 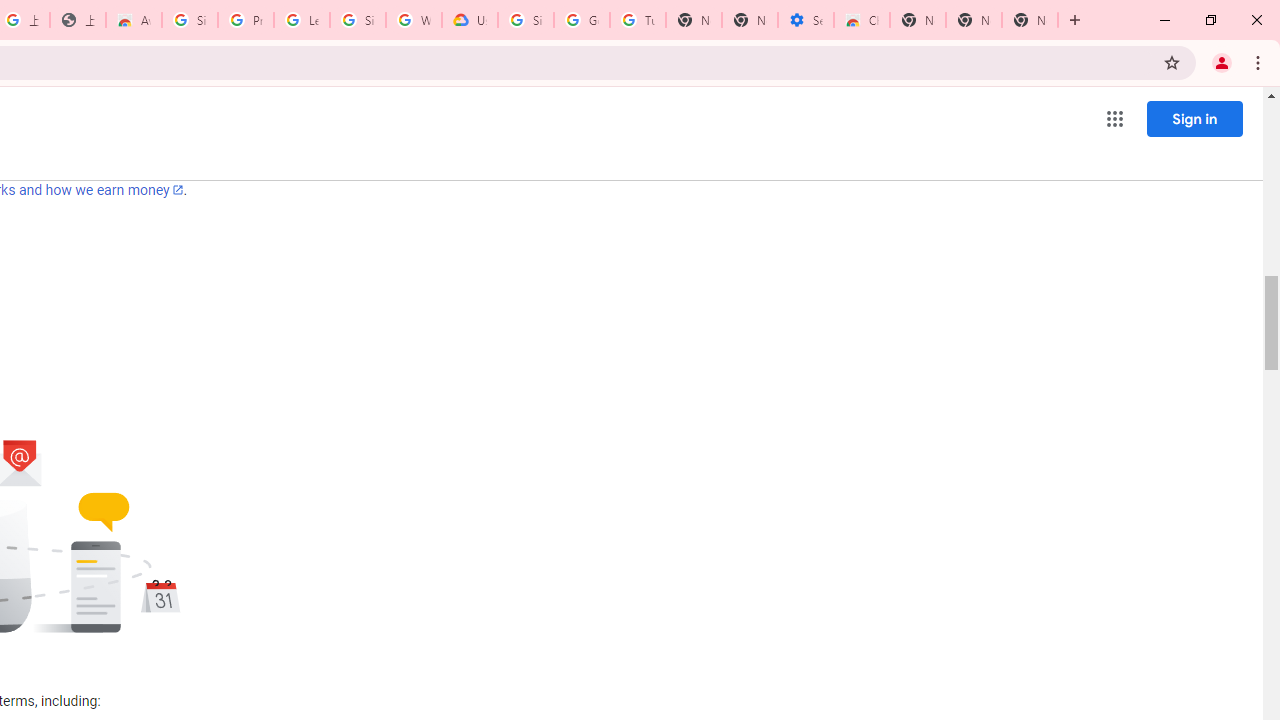 What do you see at coordinates (1030, 20) in the screenshot?
I see `'New Tab'` at bounding box center [1030, 20].